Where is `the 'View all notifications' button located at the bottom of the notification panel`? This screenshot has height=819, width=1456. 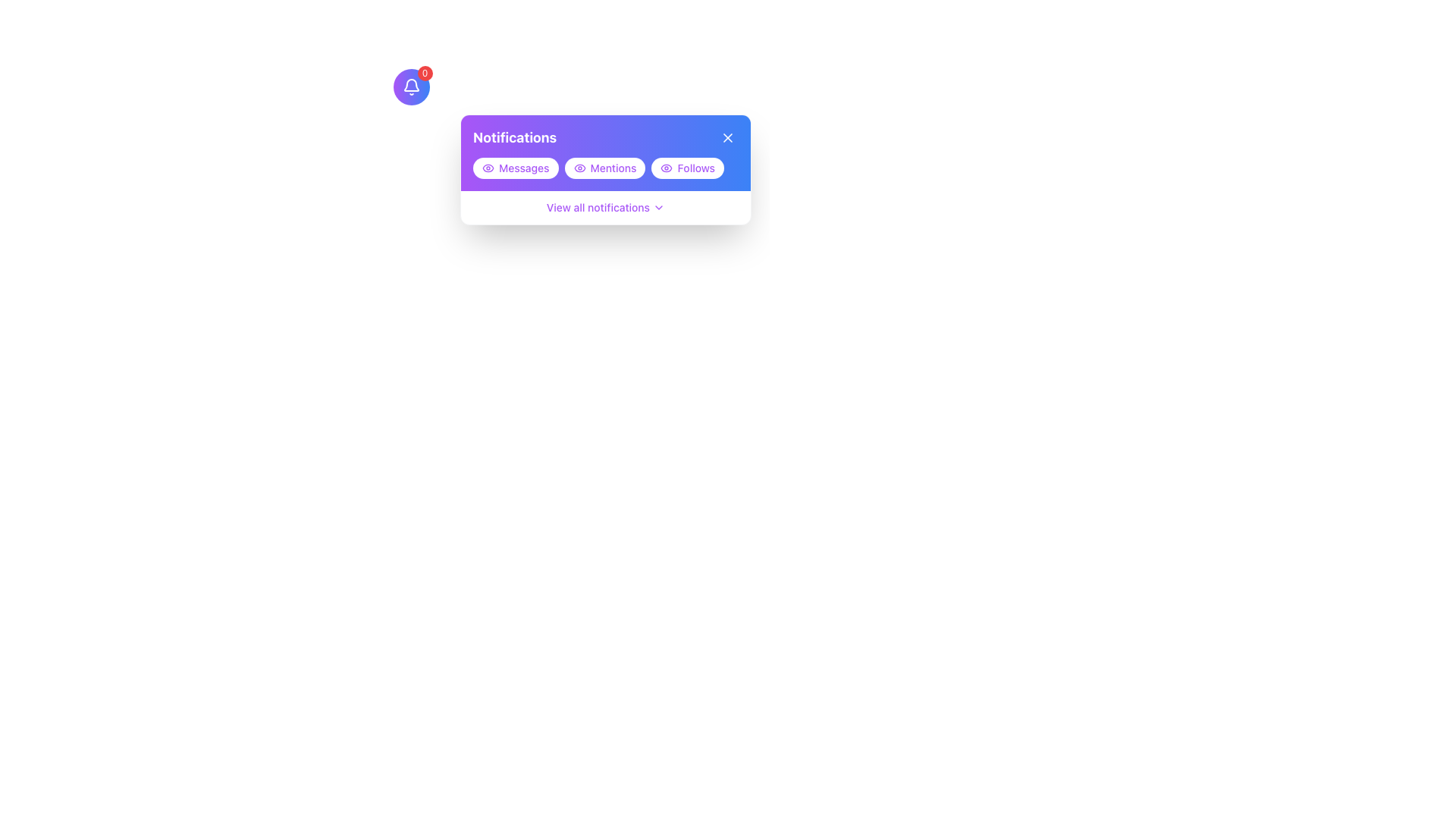 the 'View all notifications' button located at the bottom of the notification panel is located at coordinates (604, 207).